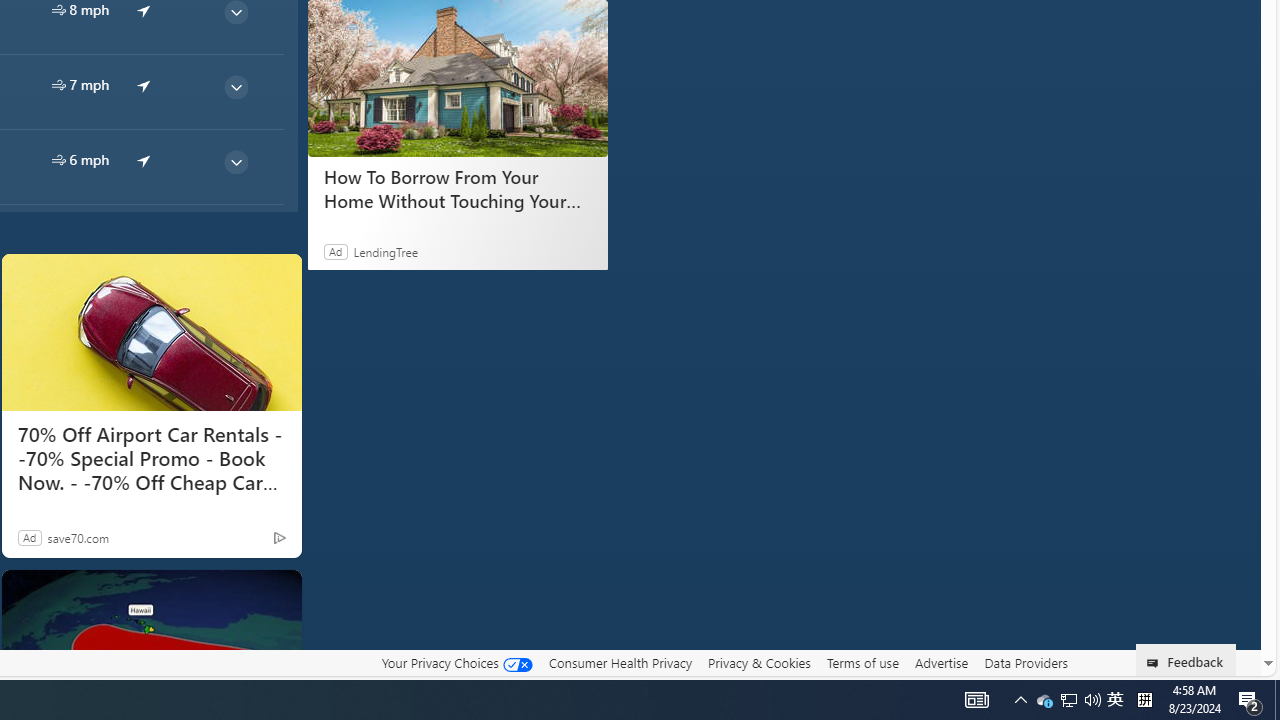 The image size is (1280, 720). What do you see at coordinates (1025, 662) in the screenshot?
I see `'Data Providers'` at bounding box center [1025, 662].